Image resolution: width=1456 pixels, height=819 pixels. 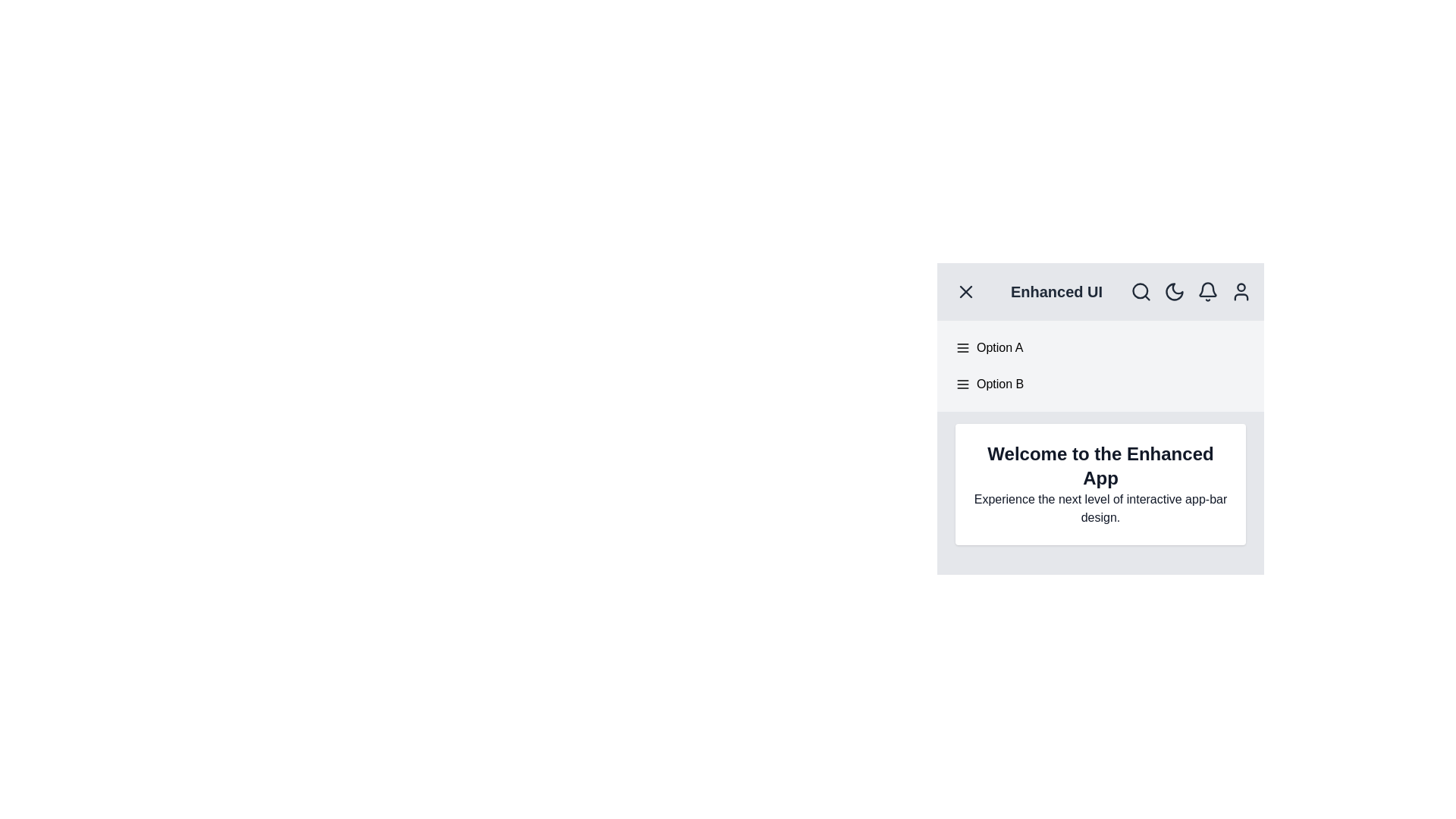 I want to click on toggle button to switch between dark and light mode, so click(x=1174, y=292).